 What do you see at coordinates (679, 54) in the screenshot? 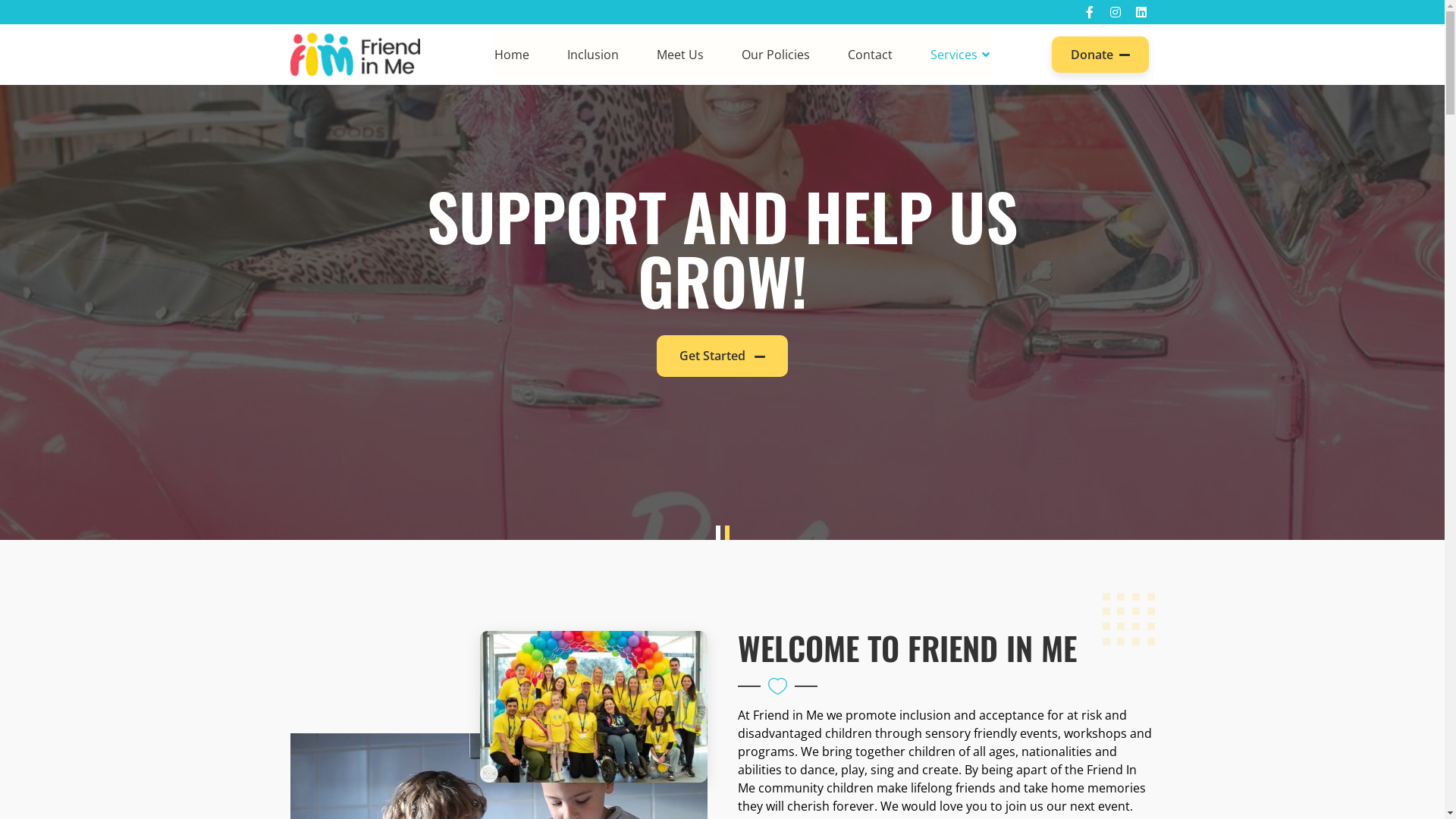
I see `'Meet Us'` at bounding box center [679, 54].